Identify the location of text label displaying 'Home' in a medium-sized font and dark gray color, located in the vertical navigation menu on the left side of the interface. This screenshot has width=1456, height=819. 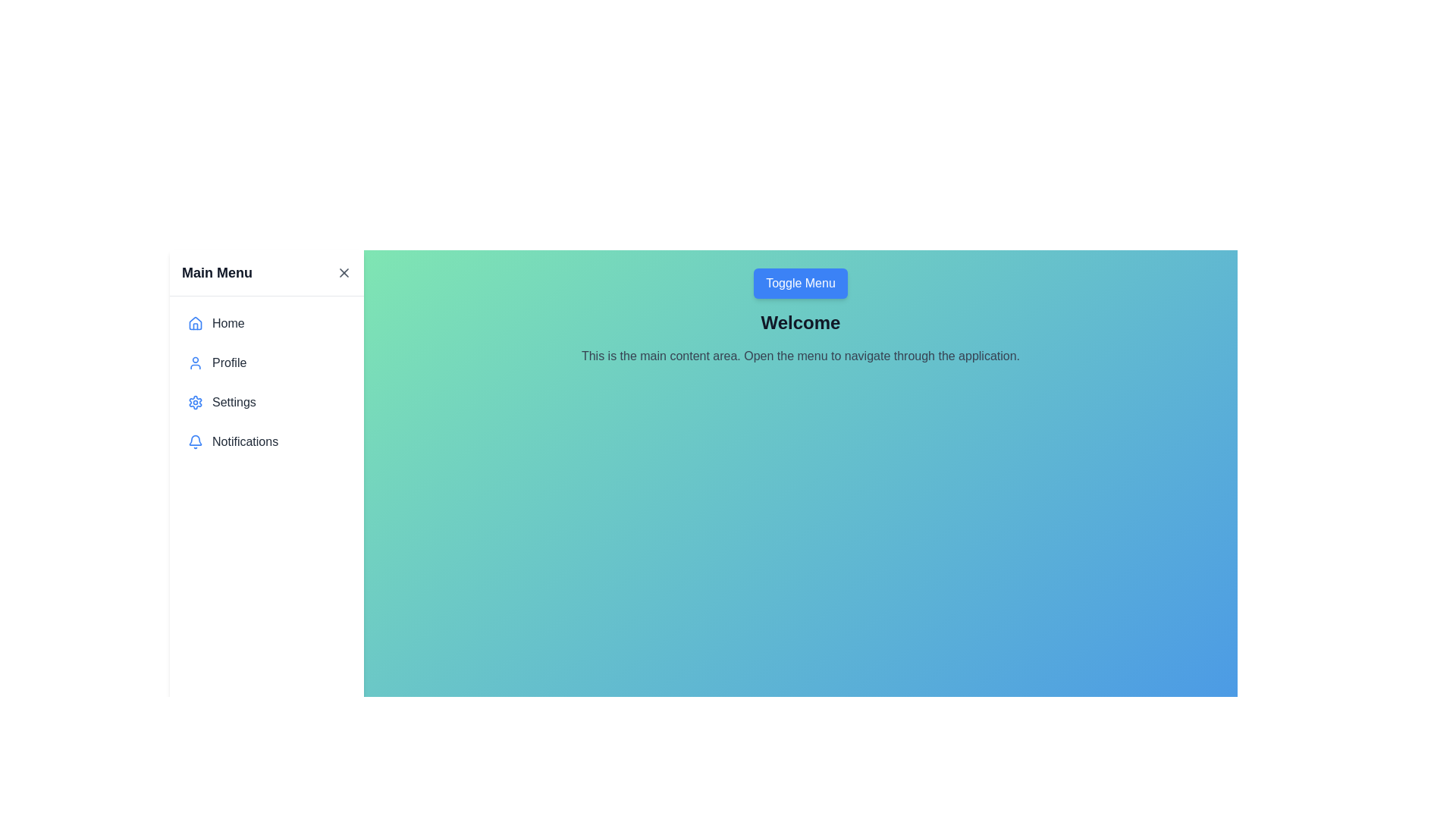
(227, 323).